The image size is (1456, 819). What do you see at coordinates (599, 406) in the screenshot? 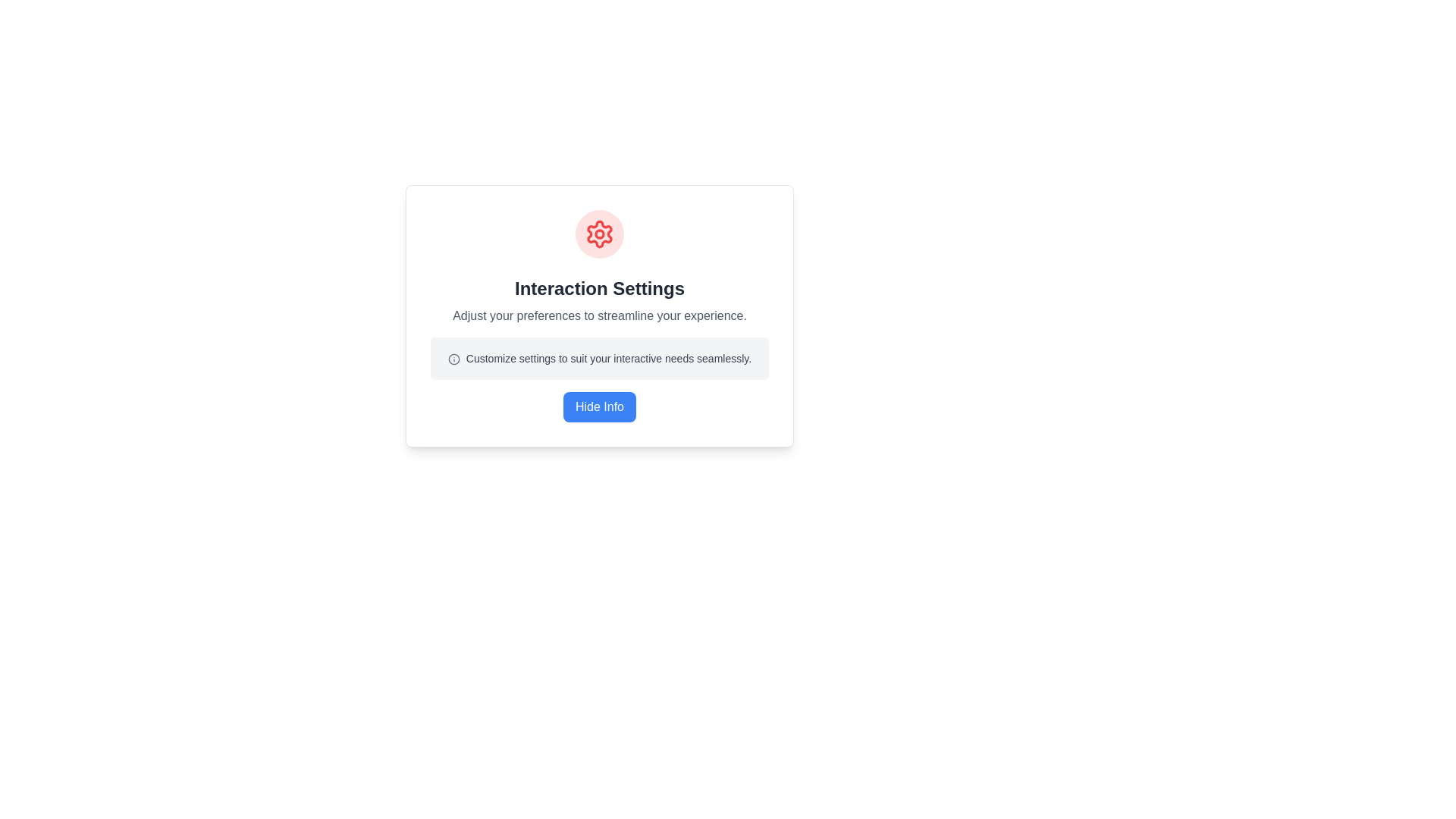
I see `the button located at the bottom center of the 'Interaction Settings' card` at bounding box center [599, 406].